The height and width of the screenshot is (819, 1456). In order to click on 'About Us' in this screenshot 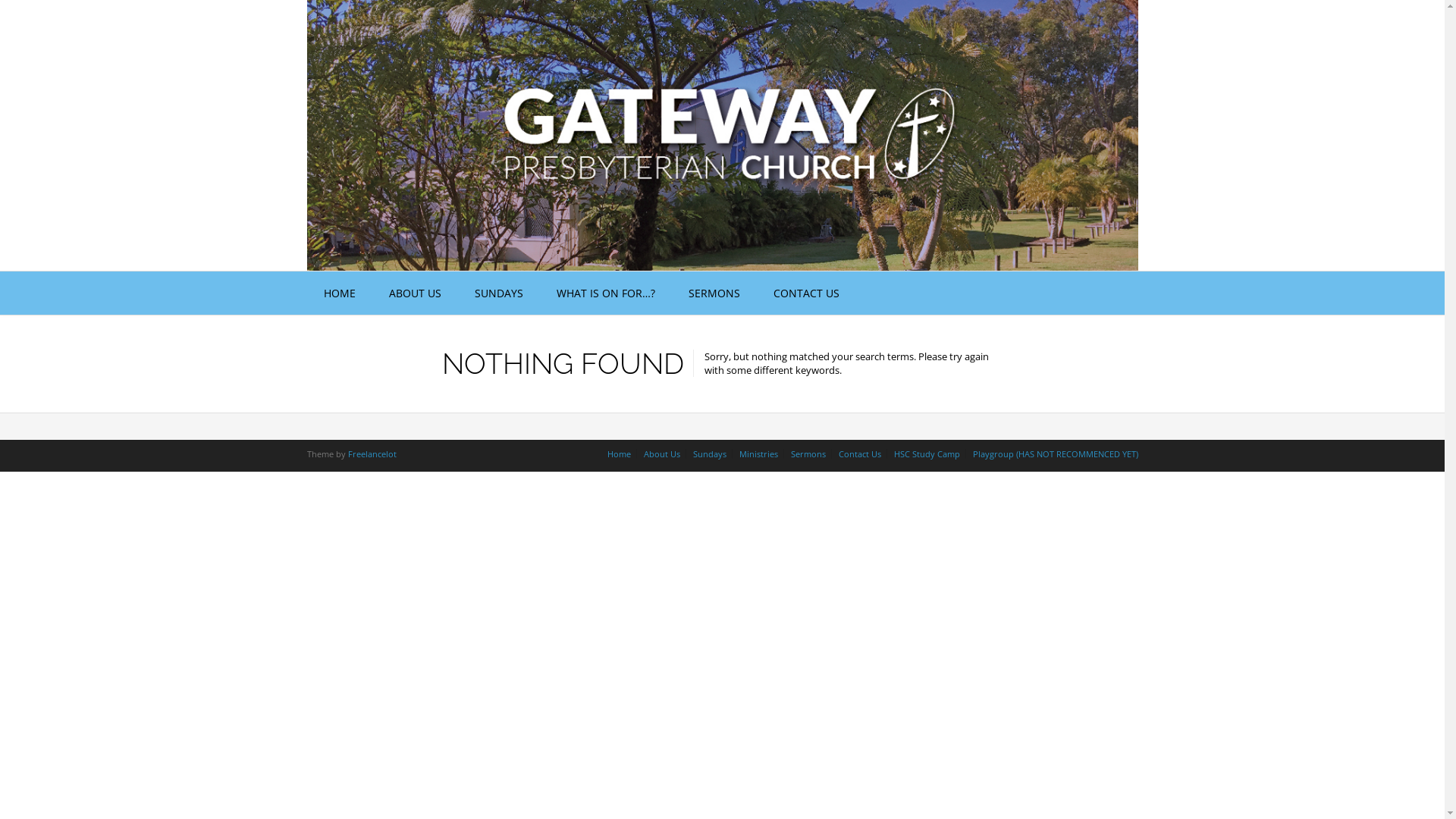, I will do `click(638, 453)`.